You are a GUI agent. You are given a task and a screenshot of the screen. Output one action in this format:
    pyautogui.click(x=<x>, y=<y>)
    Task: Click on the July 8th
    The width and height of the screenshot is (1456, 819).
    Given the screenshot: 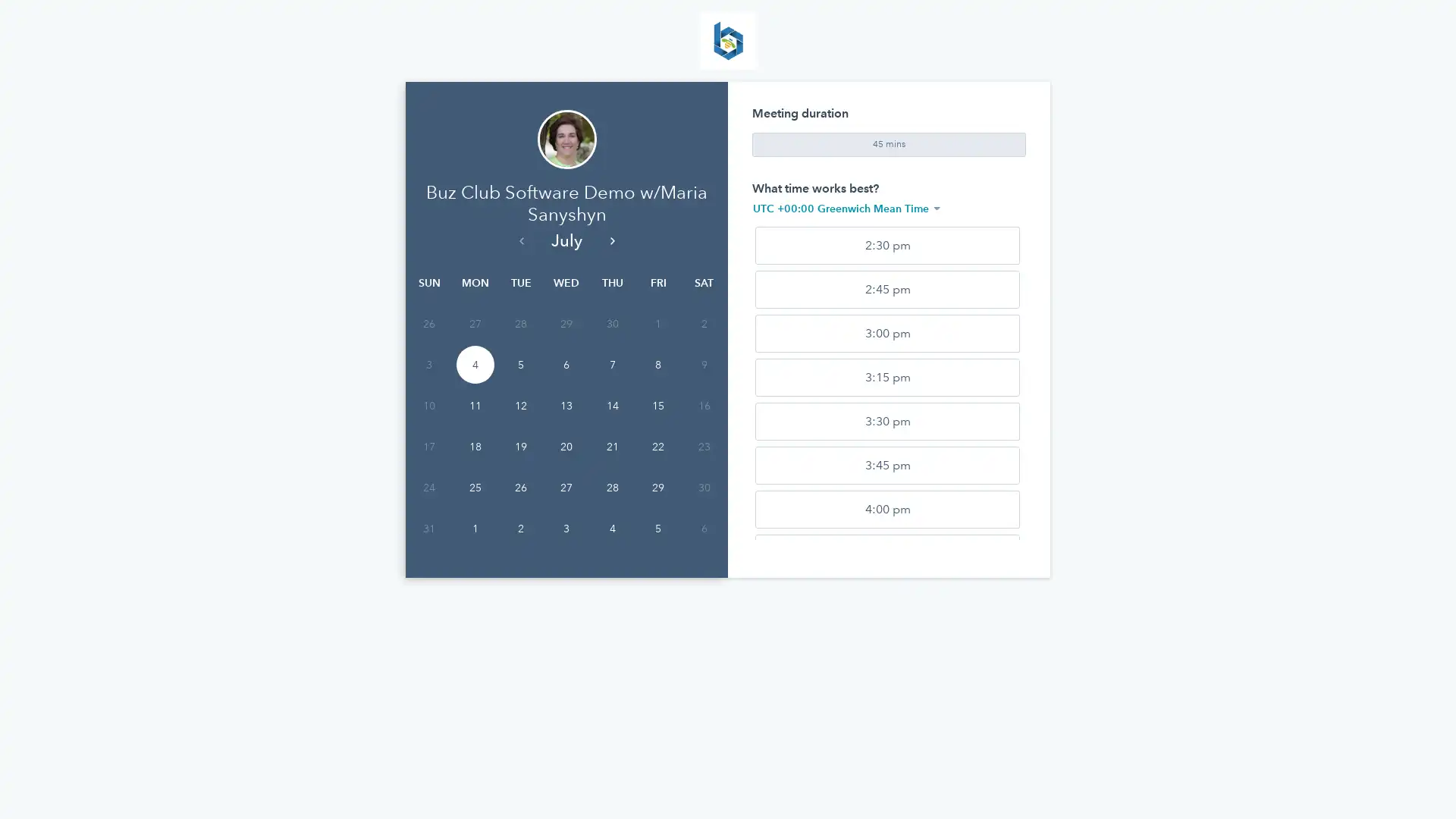 What is the action you would take?
    pyautogui.click(x=658, y=365)
    